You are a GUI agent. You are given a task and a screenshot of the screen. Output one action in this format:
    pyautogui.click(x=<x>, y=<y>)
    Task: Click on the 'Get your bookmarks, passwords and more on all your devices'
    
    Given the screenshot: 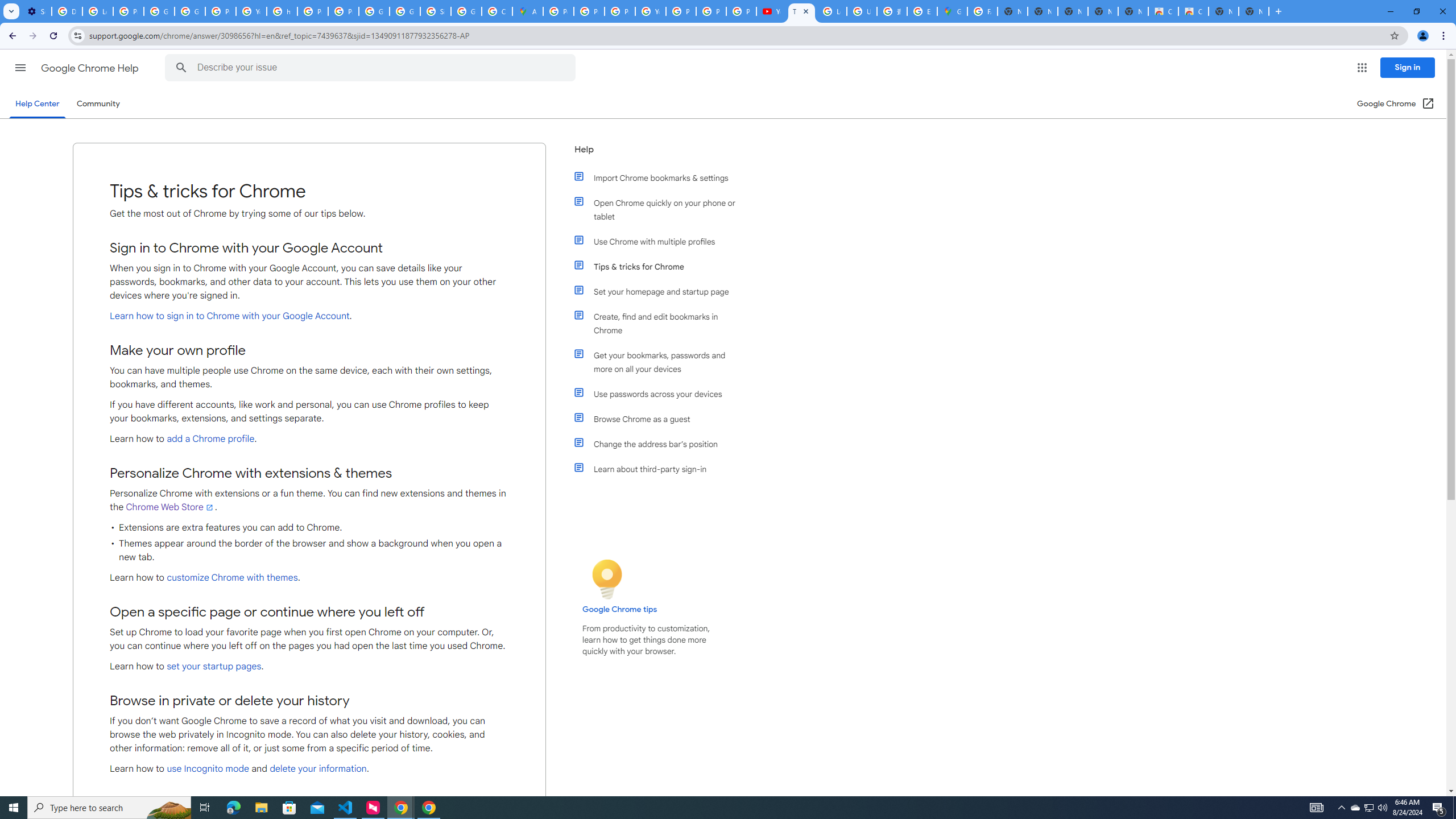 What is the action you would take?
    pyautogui.click(x=661, y=362)
    